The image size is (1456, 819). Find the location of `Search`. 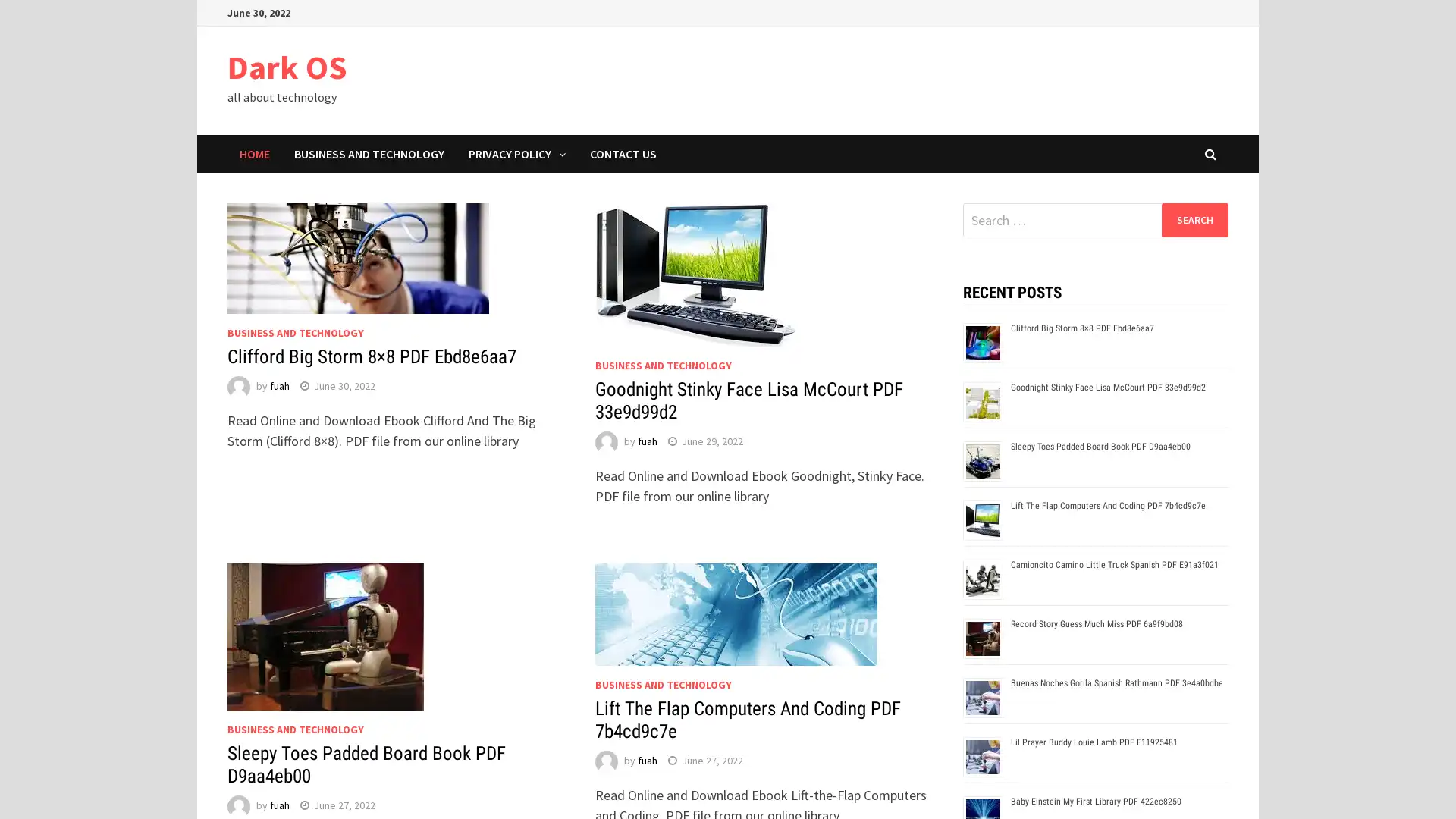

Search is located at coordinates (1194, 219).